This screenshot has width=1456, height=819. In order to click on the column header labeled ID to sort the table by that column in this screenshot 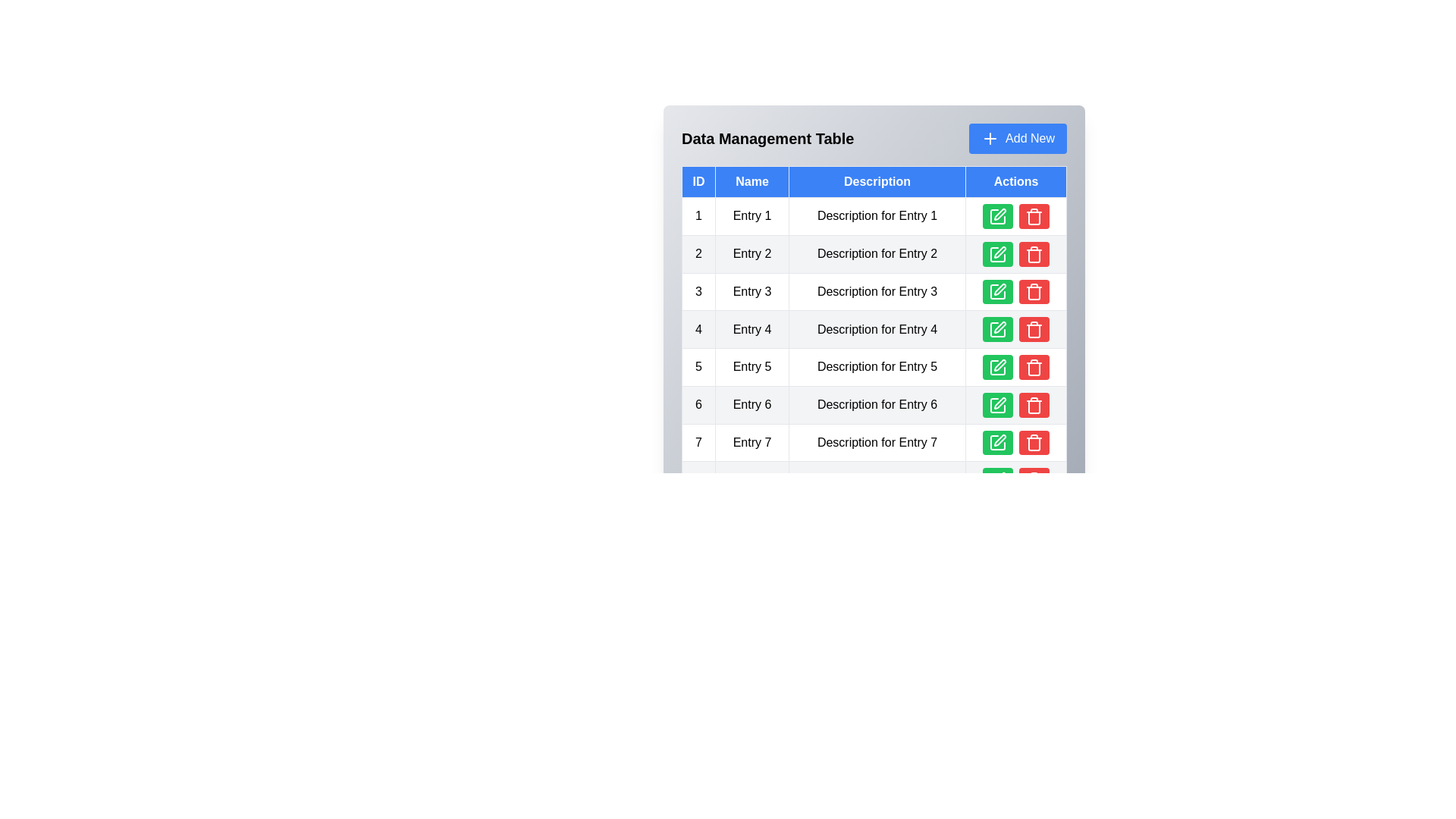, I will do `click(698, 180)`.